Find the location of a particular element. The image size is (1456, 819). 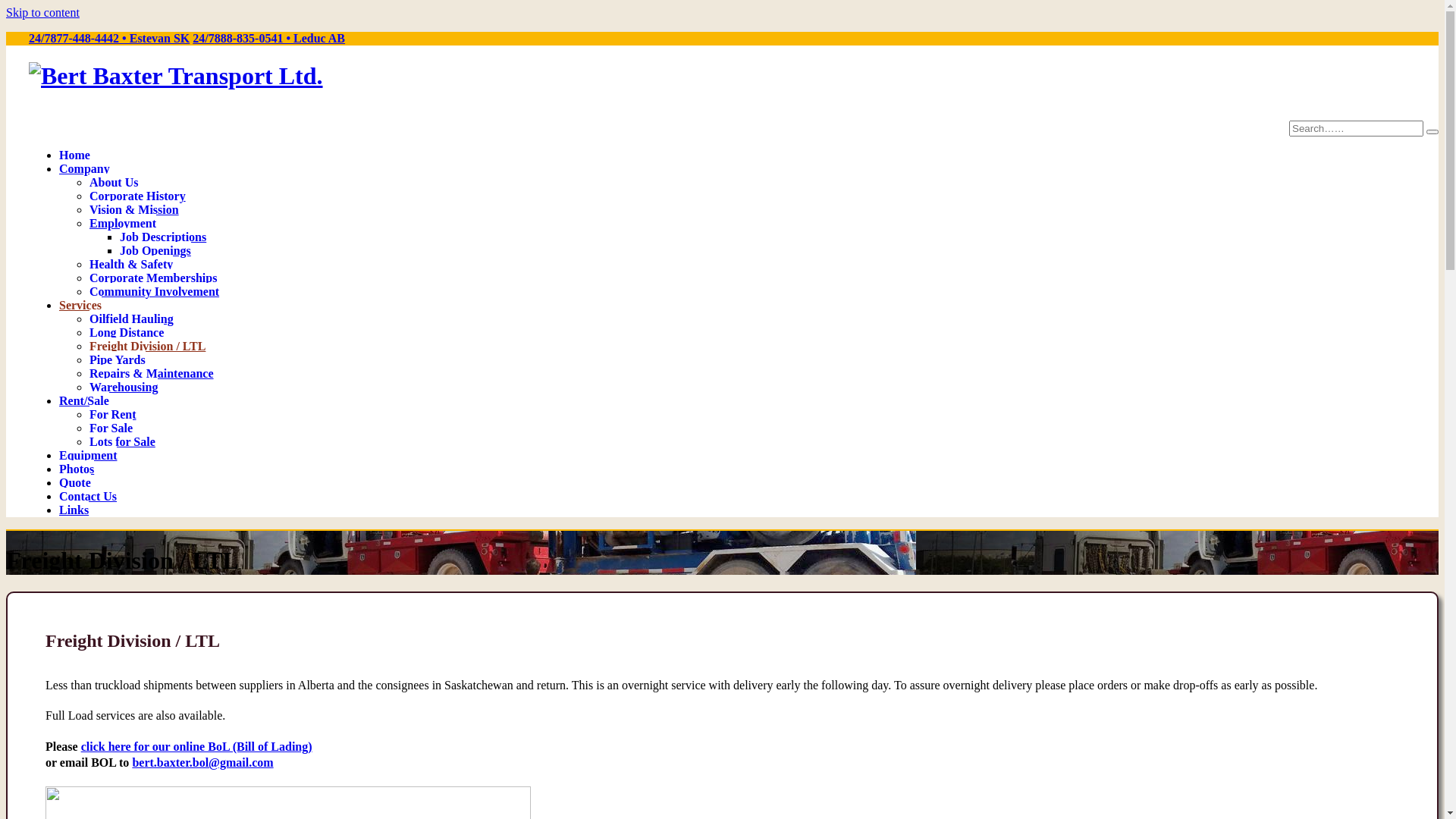

'Quote' is located at coordinates (74, 482).